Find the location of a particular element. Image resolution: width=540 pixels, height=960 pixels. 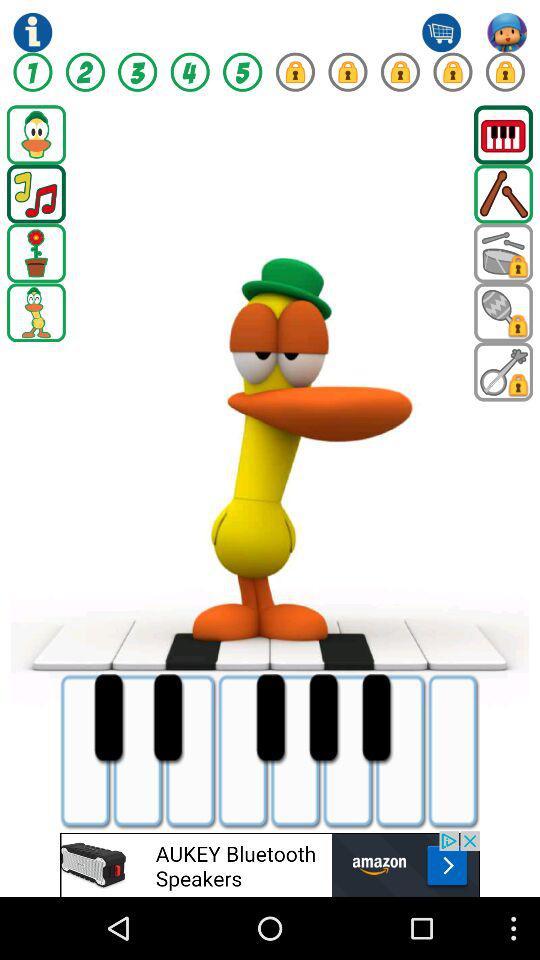

the facebook icon is located at coordinates (31, 77).